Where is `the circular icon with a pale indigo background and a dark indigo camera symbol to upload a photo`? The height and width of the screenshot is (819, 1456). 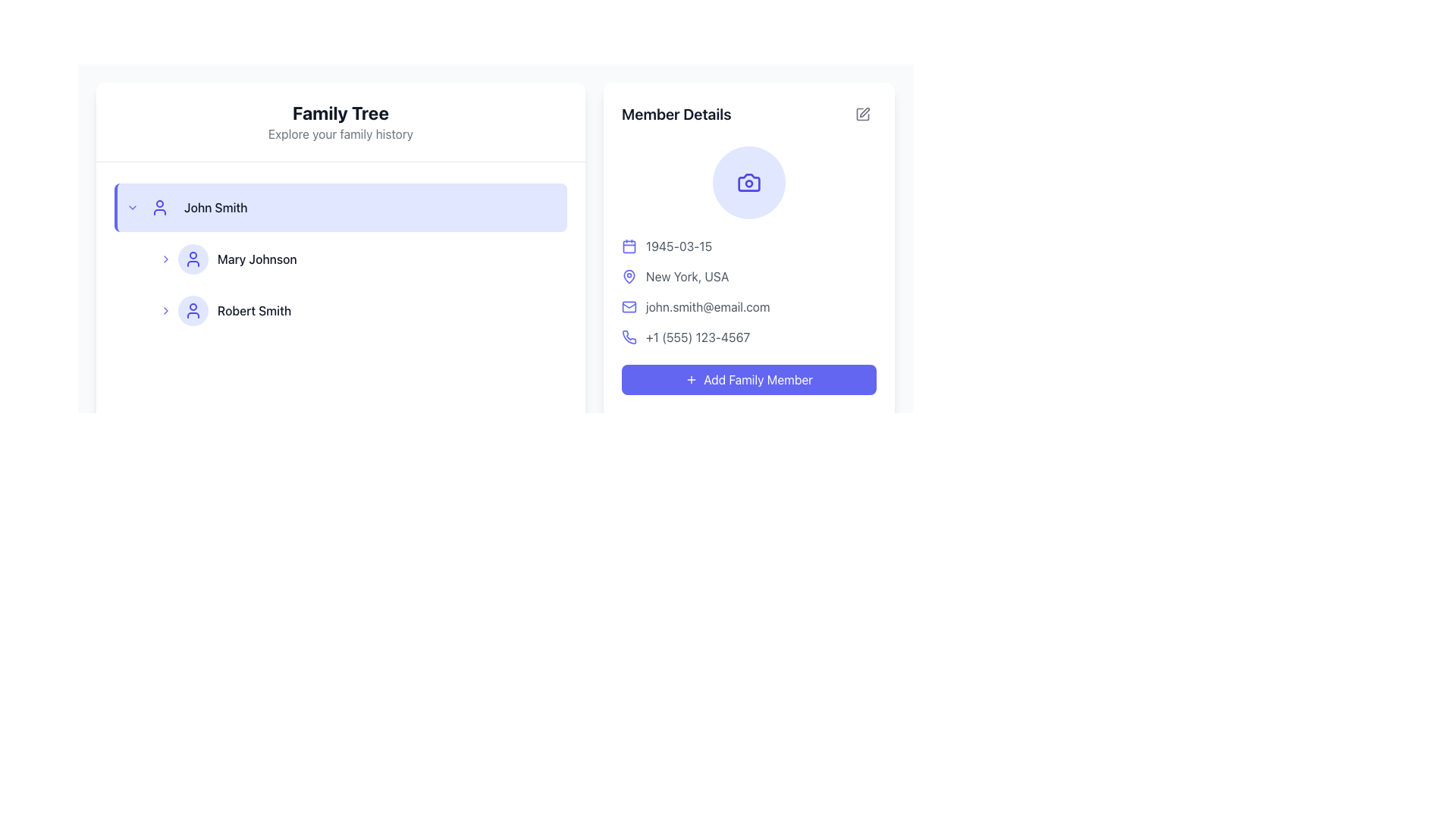
the circular icon with a pale indigo background and a dark indigo camera symbol to upload a photo is located at coordinates (749, 181).